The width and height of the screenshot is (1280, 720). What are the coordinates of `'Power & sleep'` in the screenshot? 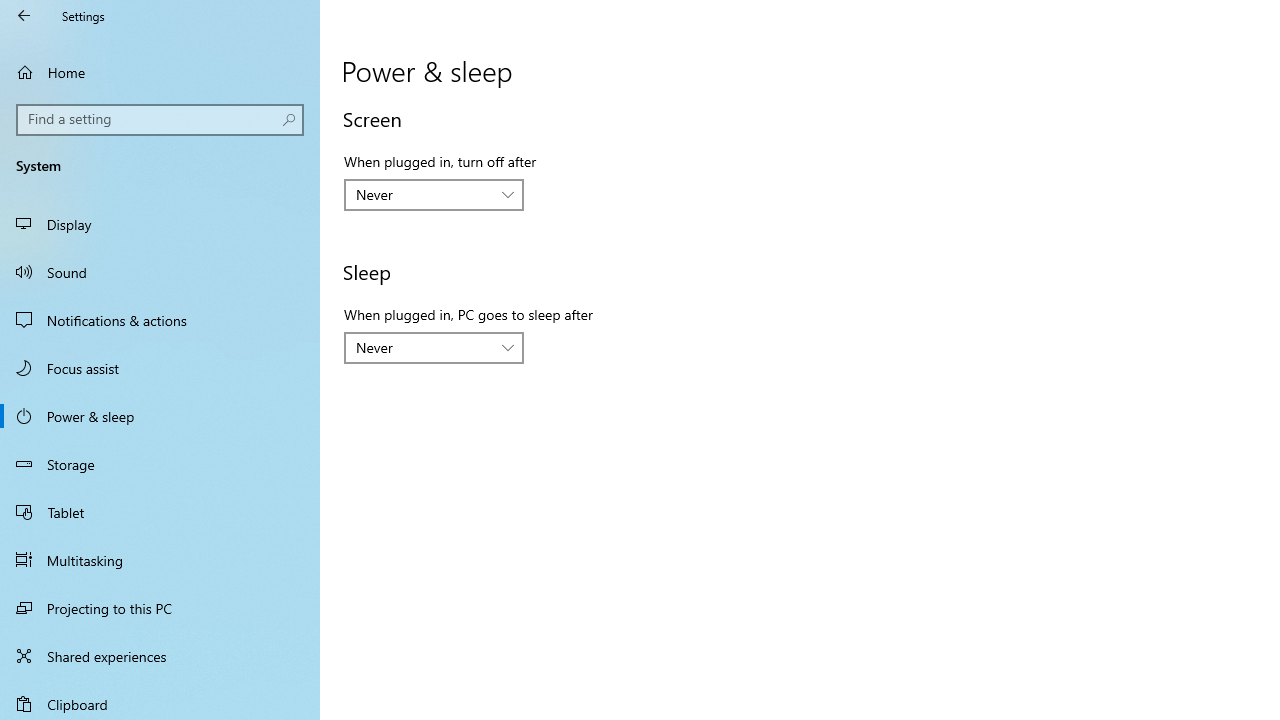 It's located at (160, 414).